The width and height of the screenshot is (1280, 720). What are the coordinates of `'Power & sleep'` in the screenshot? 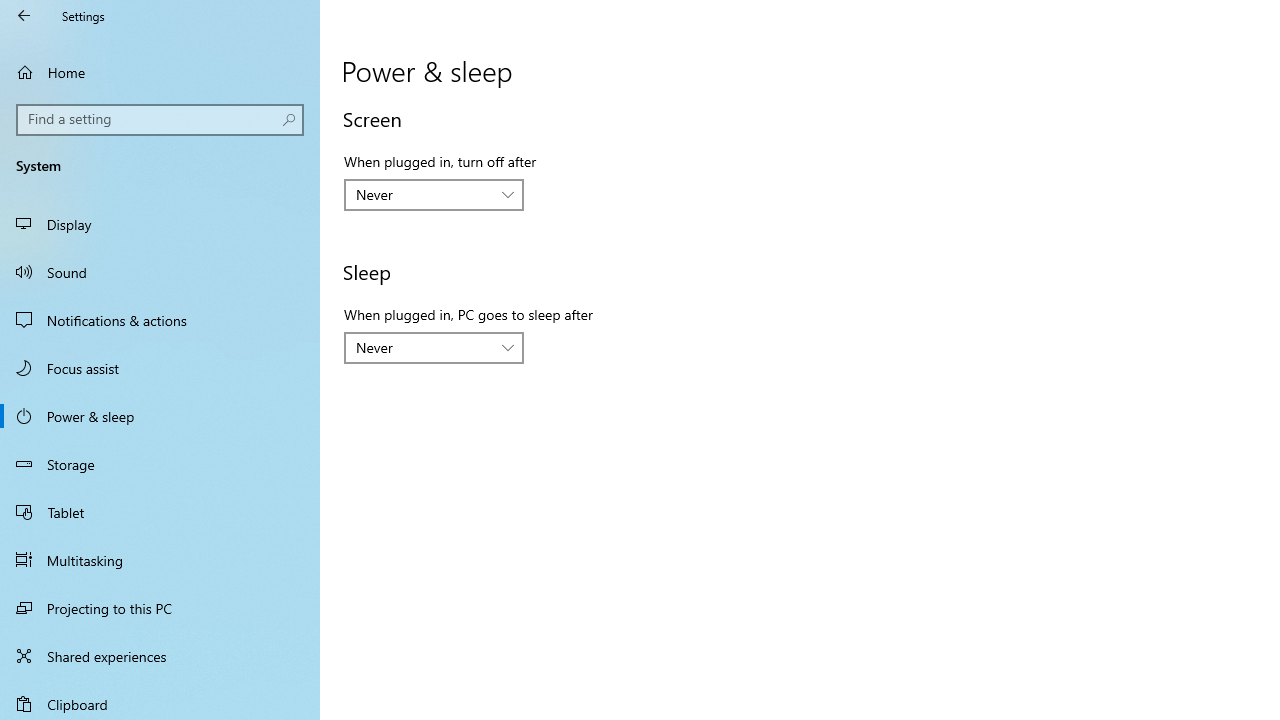 It's located at (160, 414).